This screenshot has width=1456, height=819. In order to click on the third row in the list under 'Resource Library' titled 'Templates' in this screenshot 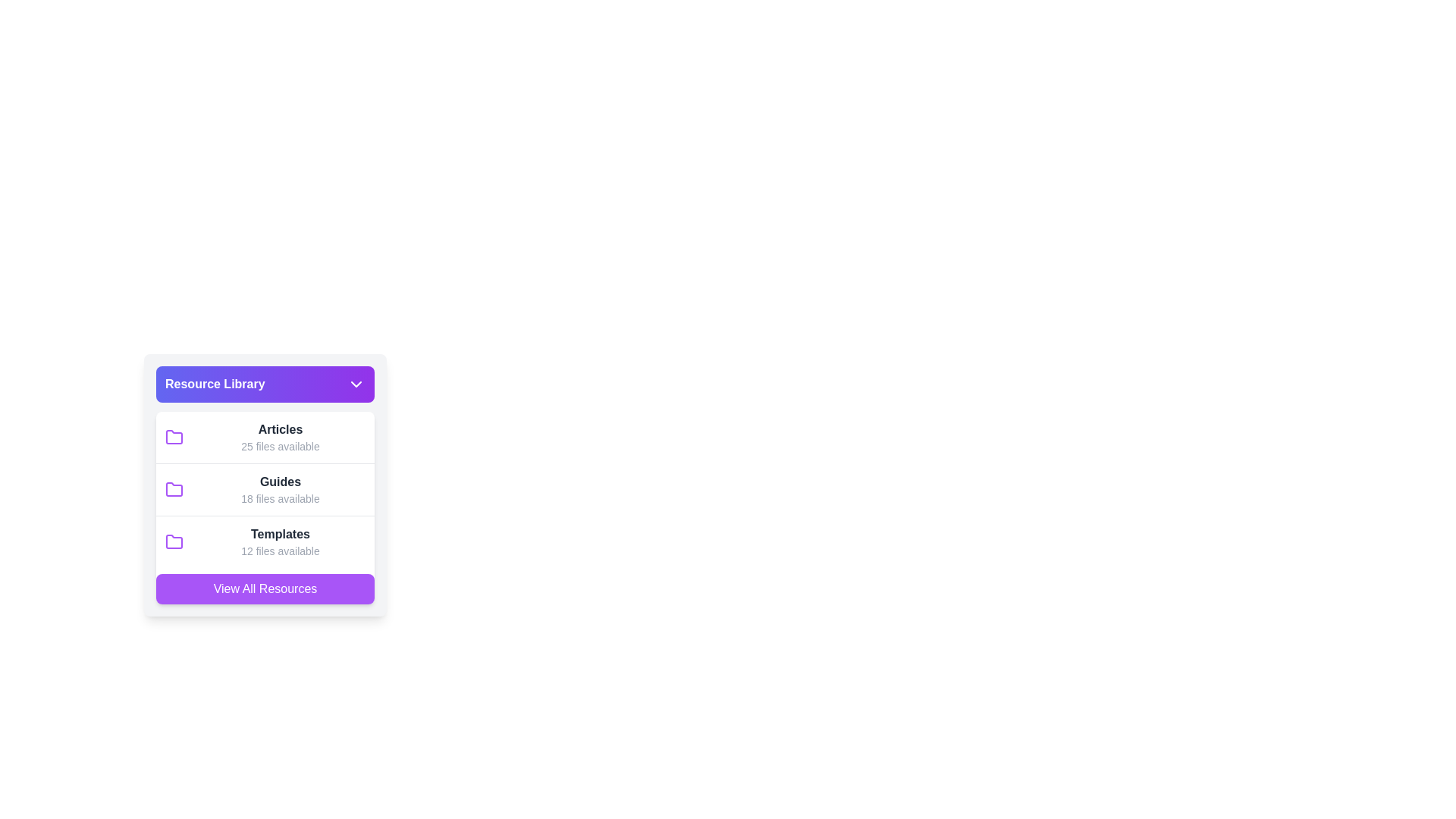, I will do `click(265, 540)`.